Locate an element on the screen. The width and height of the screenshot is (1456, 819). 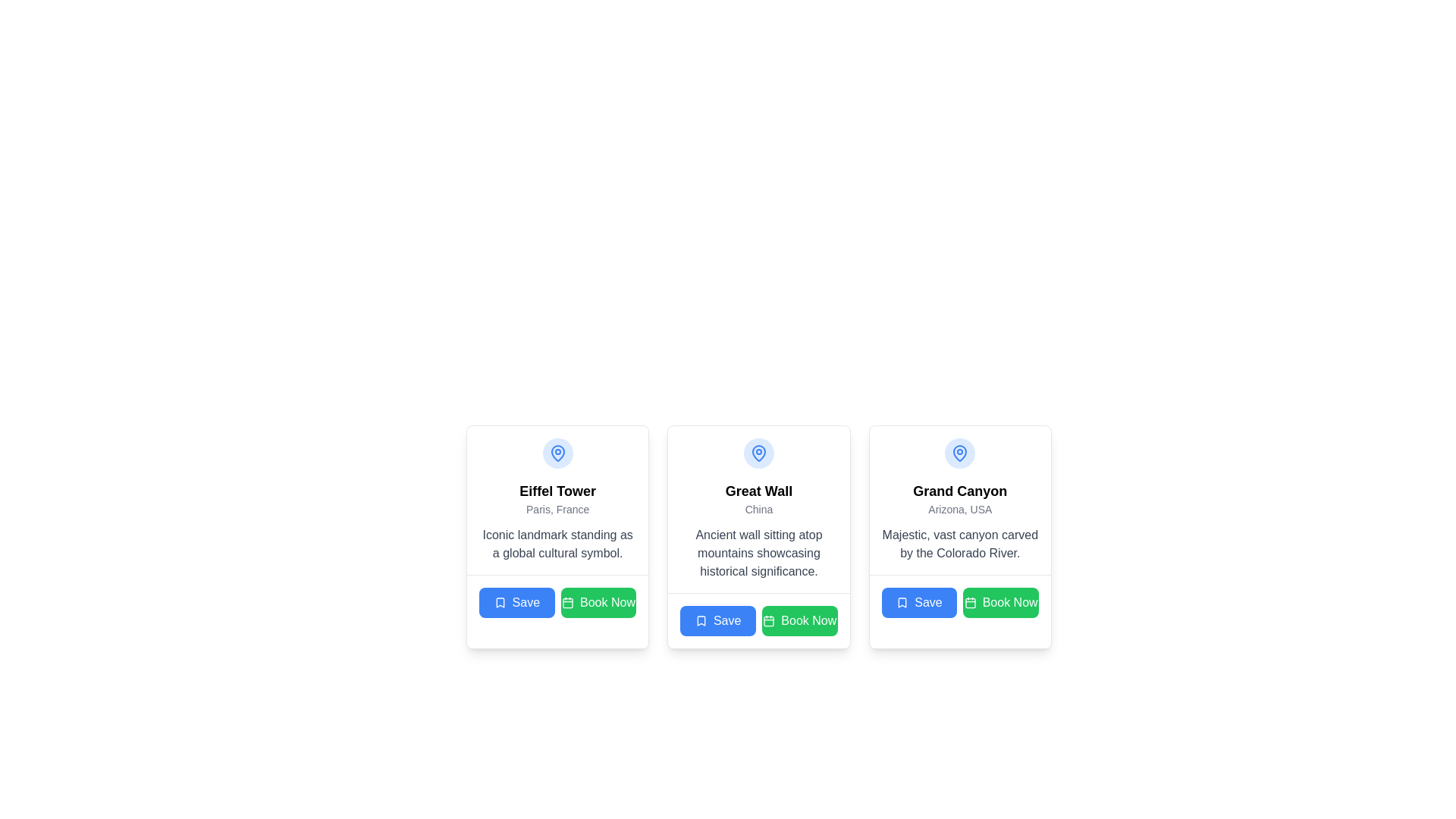
text label displaying 'Majestic, vast canyon carved by the Colorado River.' which is located in the card titled 'Grand Canyon' in Arizona, USA is located at coordinates (959, 543).